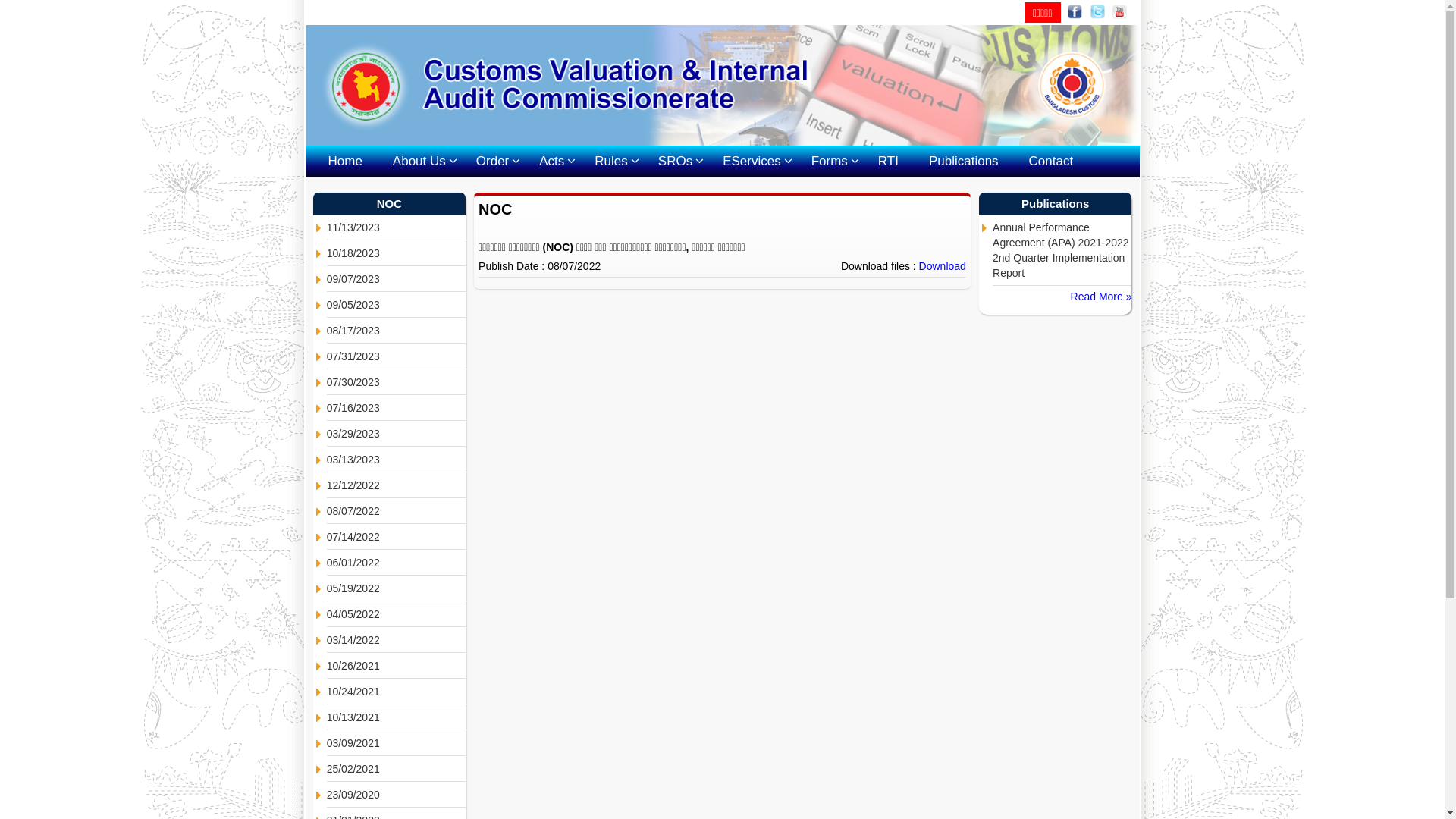 This screenshot has height=819, width=1456. Describe the element at coordinates (396, 381) in the screenshot. I see `'07/30/2023'` at that location.